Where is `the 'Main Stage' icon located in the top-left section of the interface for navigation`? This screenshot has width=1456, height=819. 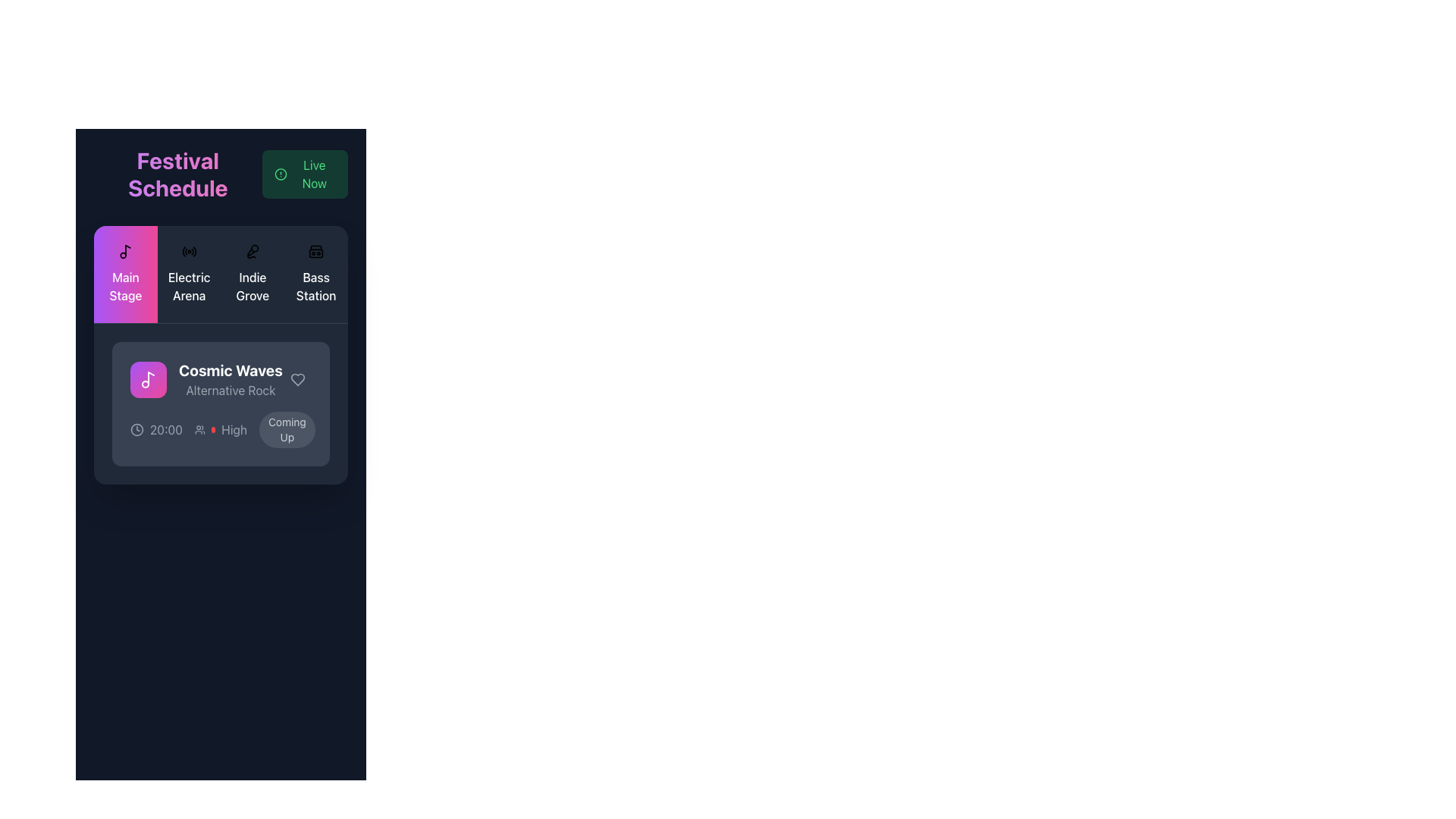
the 'Main Stage' icon located in the top-left section of the interface for navigation is located at coordinates (125, 250).